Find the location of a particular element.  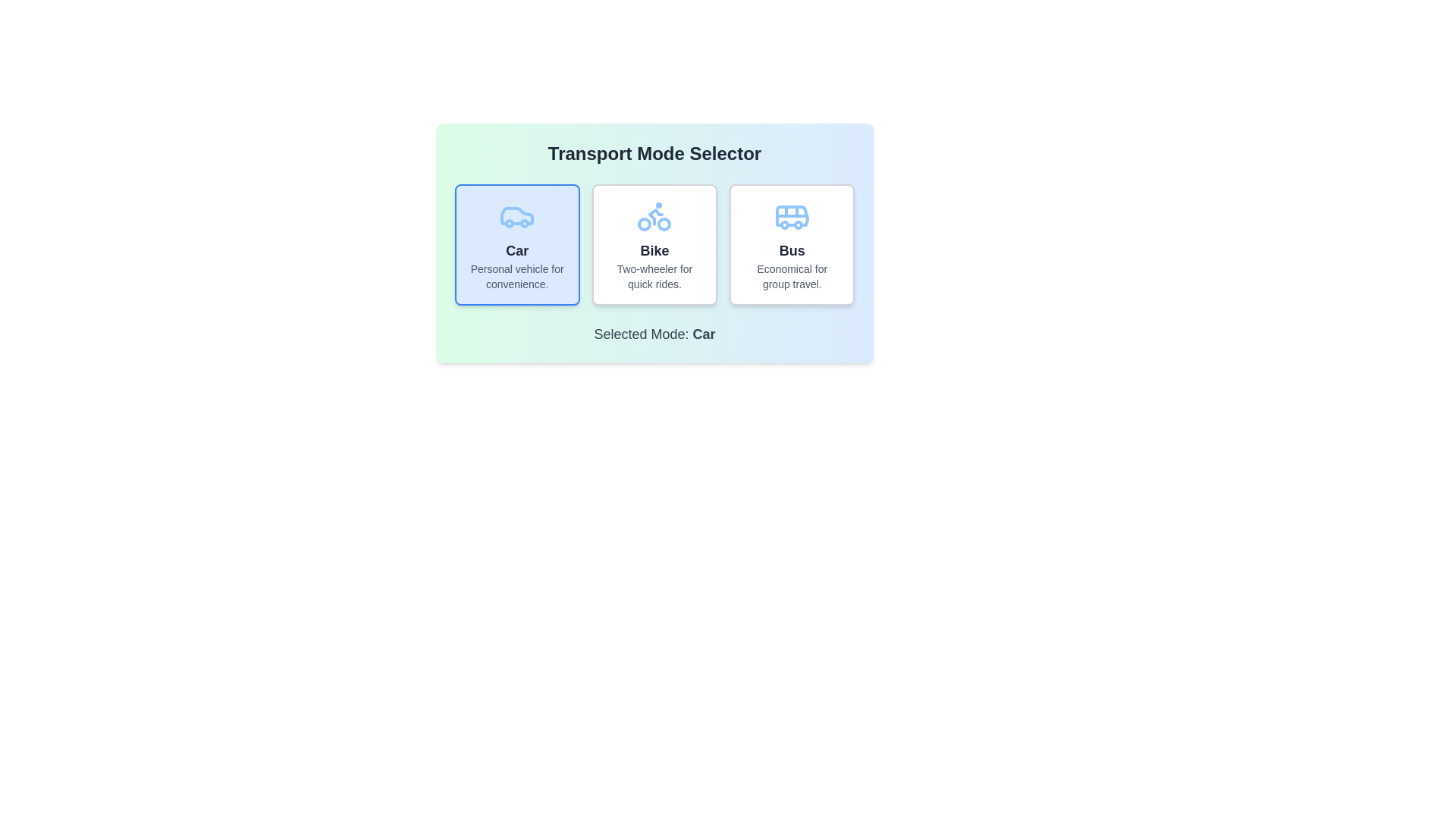

the 'Car' option icon in the transport mode selector interface, which is centrally positioned within the 'Car' panel, above the text label 'Car' and the description 'Personal vehicle for convenience.' is located at coordinates (517, 216).